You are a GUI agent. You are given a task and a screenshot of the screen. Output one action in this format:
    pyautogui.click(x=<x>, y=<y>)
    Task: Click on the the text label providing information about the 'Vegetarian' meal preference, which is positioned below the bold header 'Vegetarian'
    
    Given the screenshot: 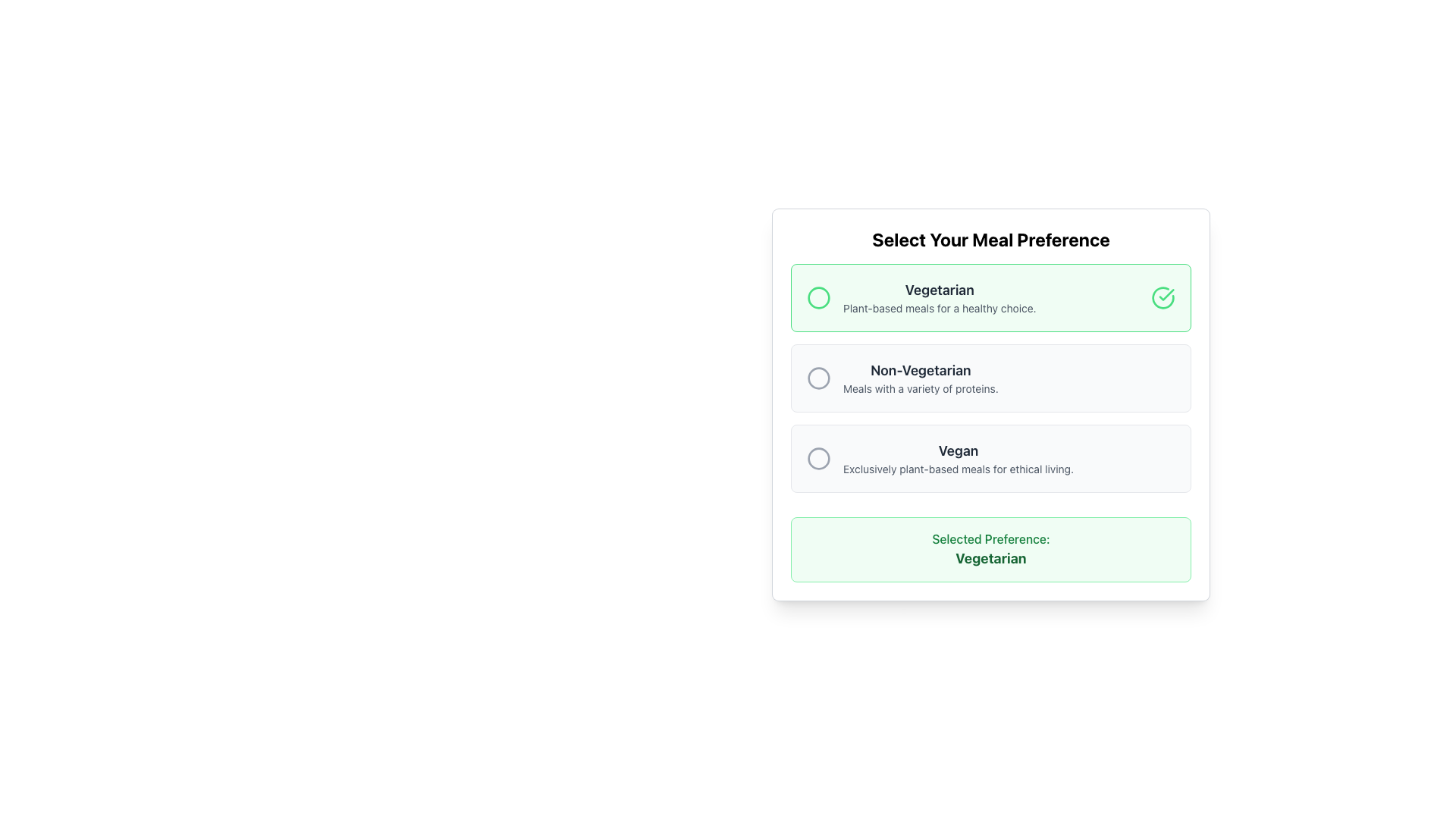 What is the action you would take?
    pyautogui.click(x=939, y=308)
    